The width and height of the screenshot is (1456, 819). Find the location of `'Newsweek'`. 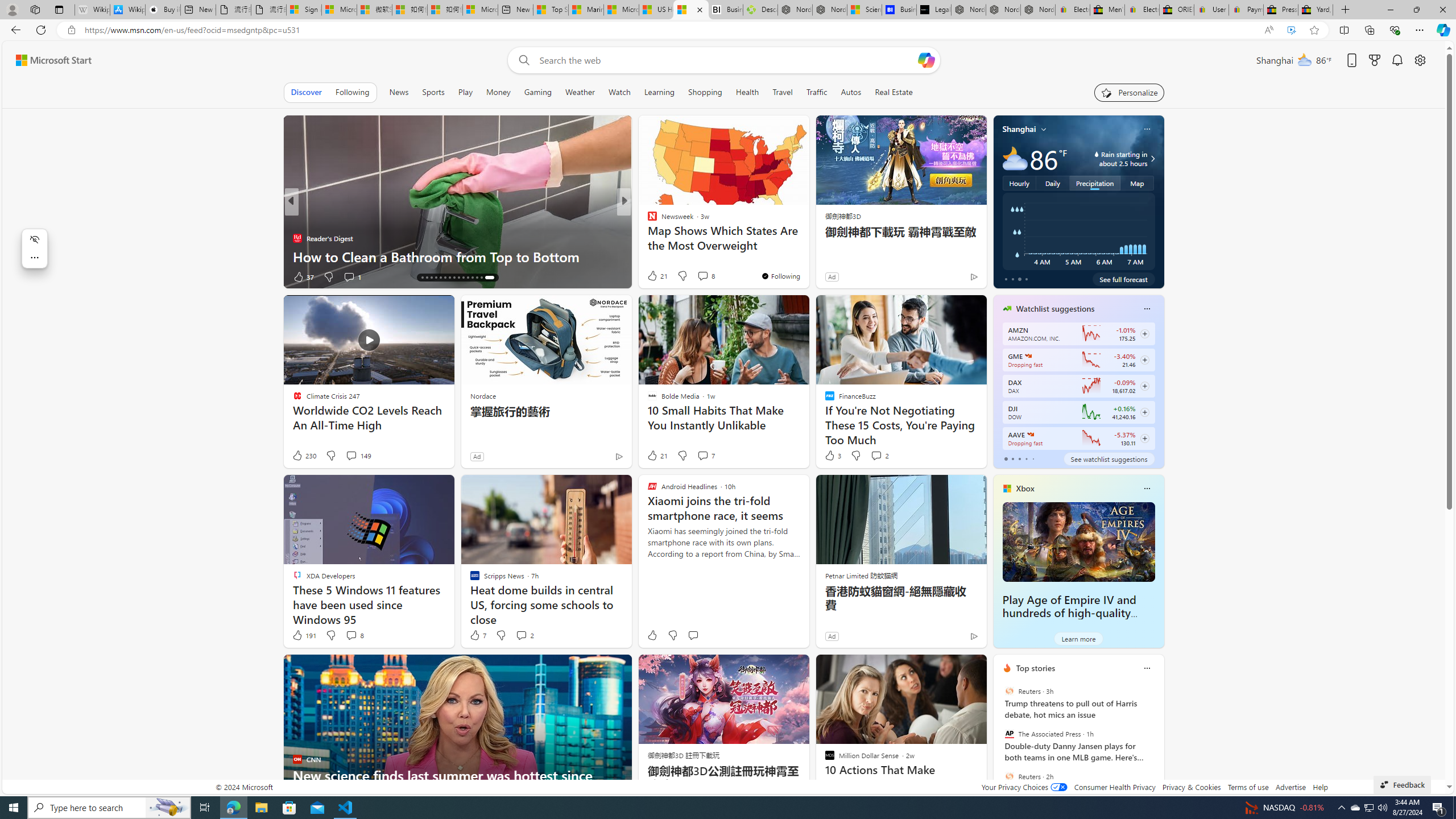

'Newsweek' is located at coordinates (647, 220).